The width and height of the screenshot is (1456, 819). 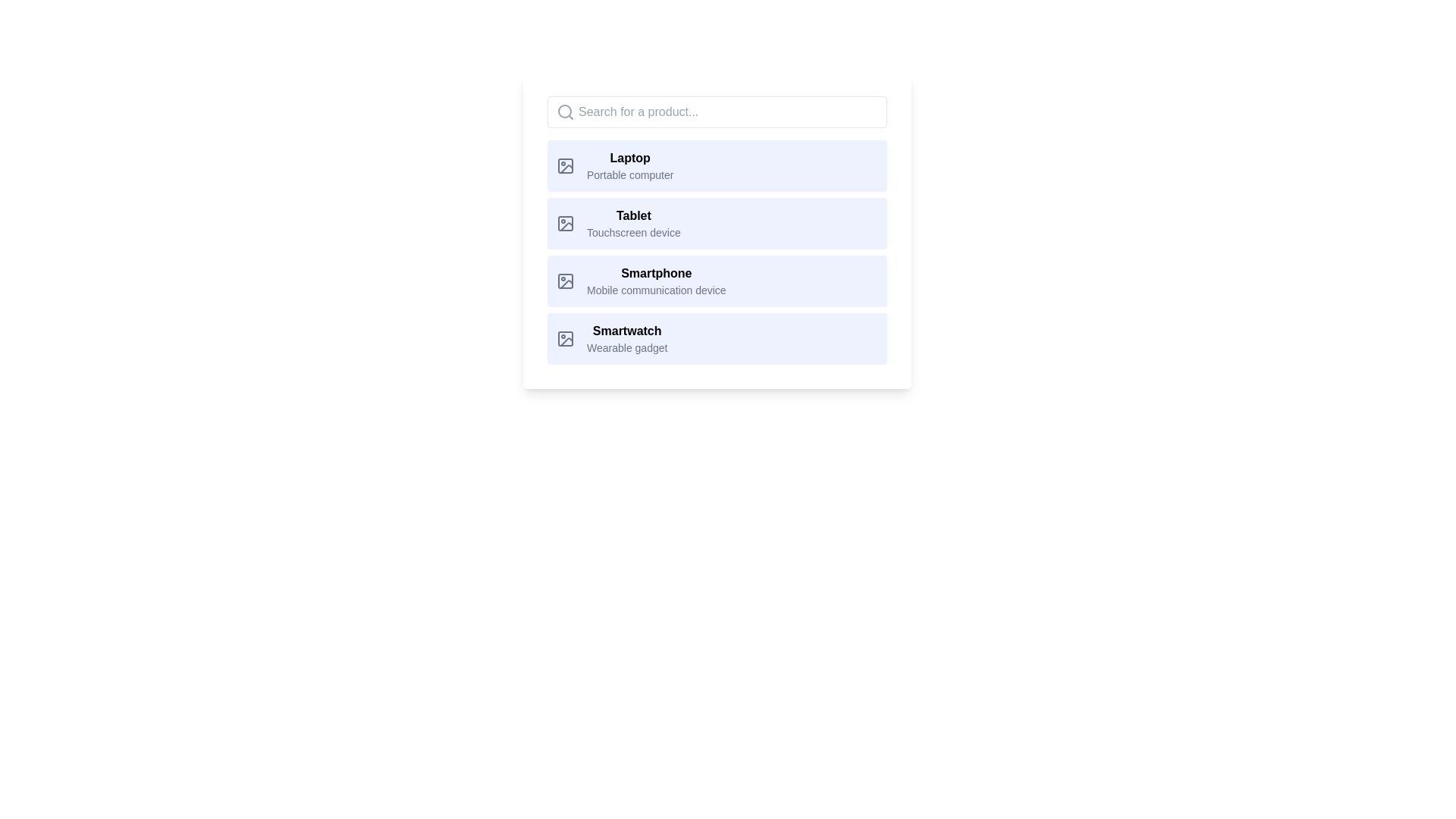 I want to click on the magnifying glass icon, which is gray and located to the left of the text input box with the placeholder 'Search for a product...', so click(x=564, y=111).